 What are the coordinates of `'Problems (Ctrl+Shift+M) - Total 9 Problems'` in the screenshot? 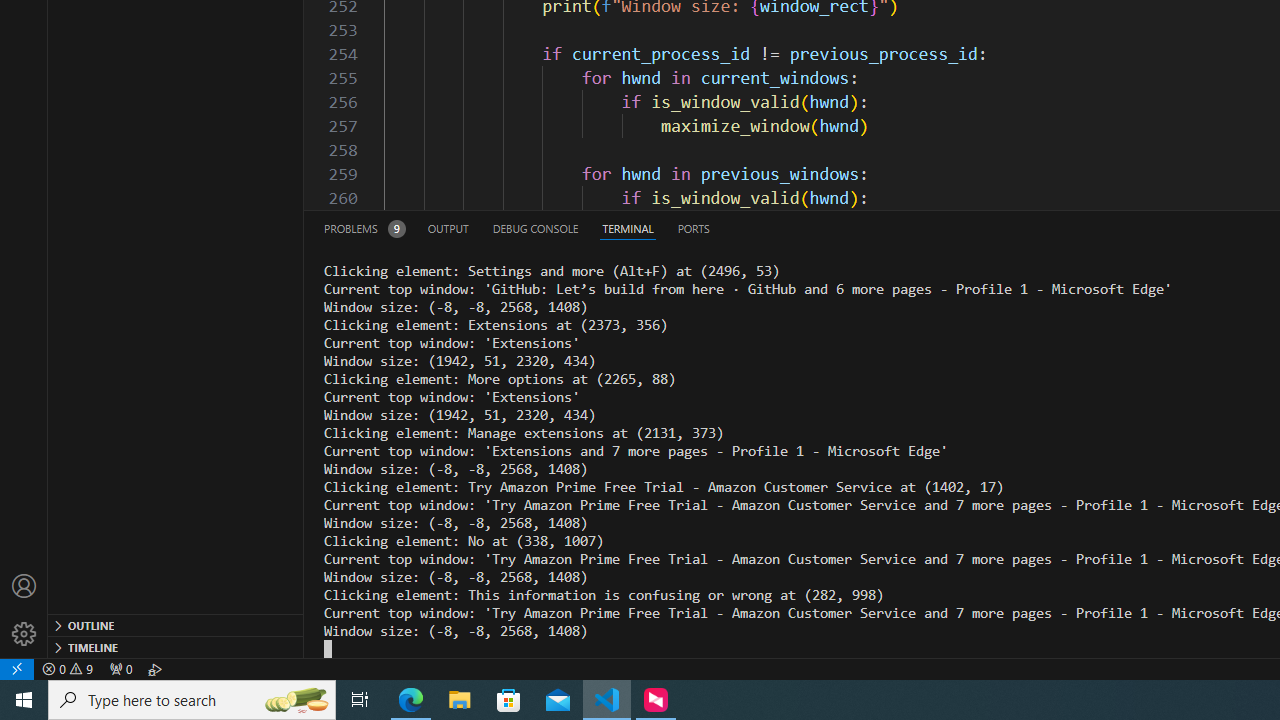 It's located at (364, 227).